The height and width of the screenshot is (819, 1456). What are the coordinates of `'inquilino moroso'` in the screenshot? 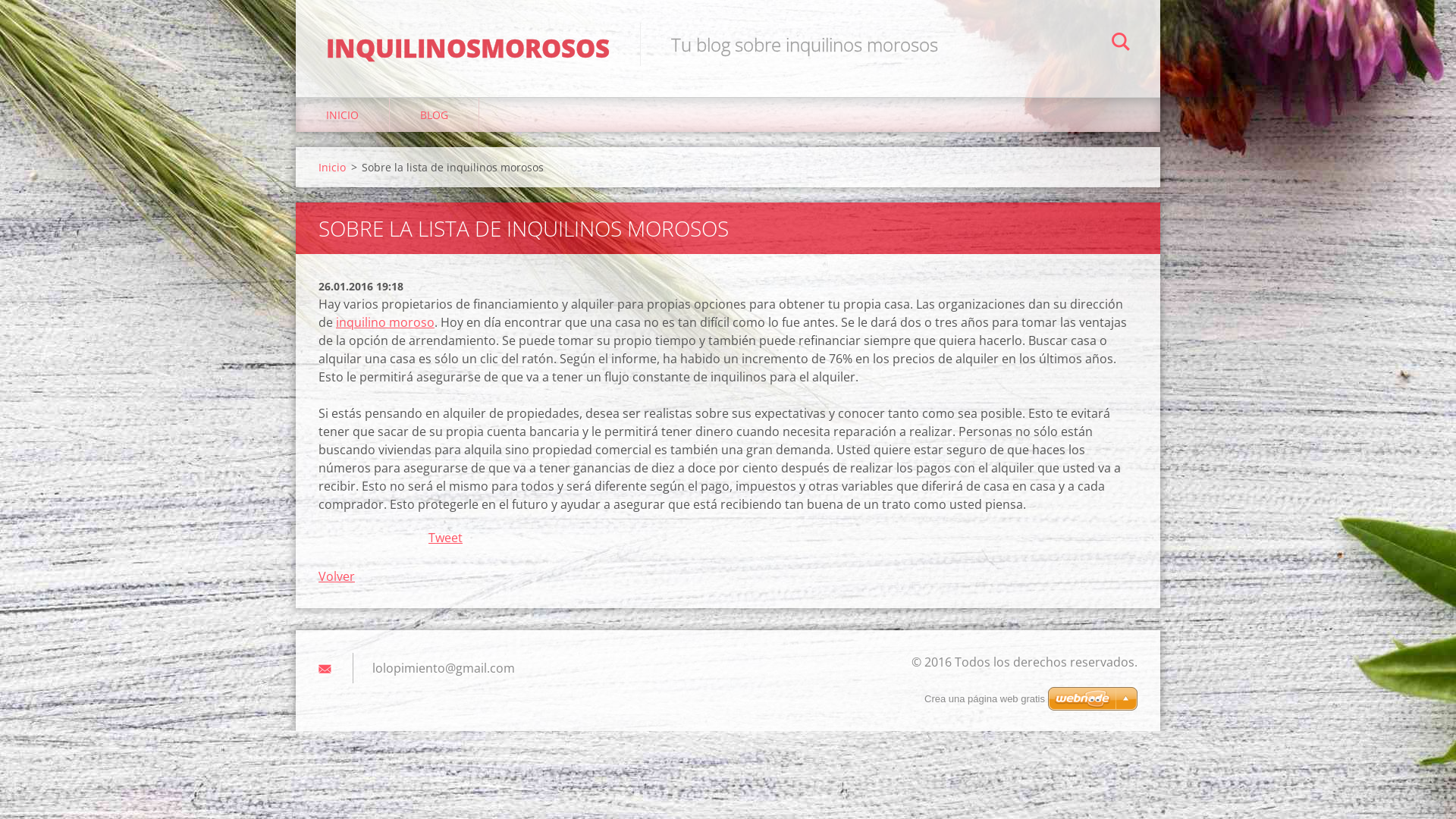 It's located at (385, 321).